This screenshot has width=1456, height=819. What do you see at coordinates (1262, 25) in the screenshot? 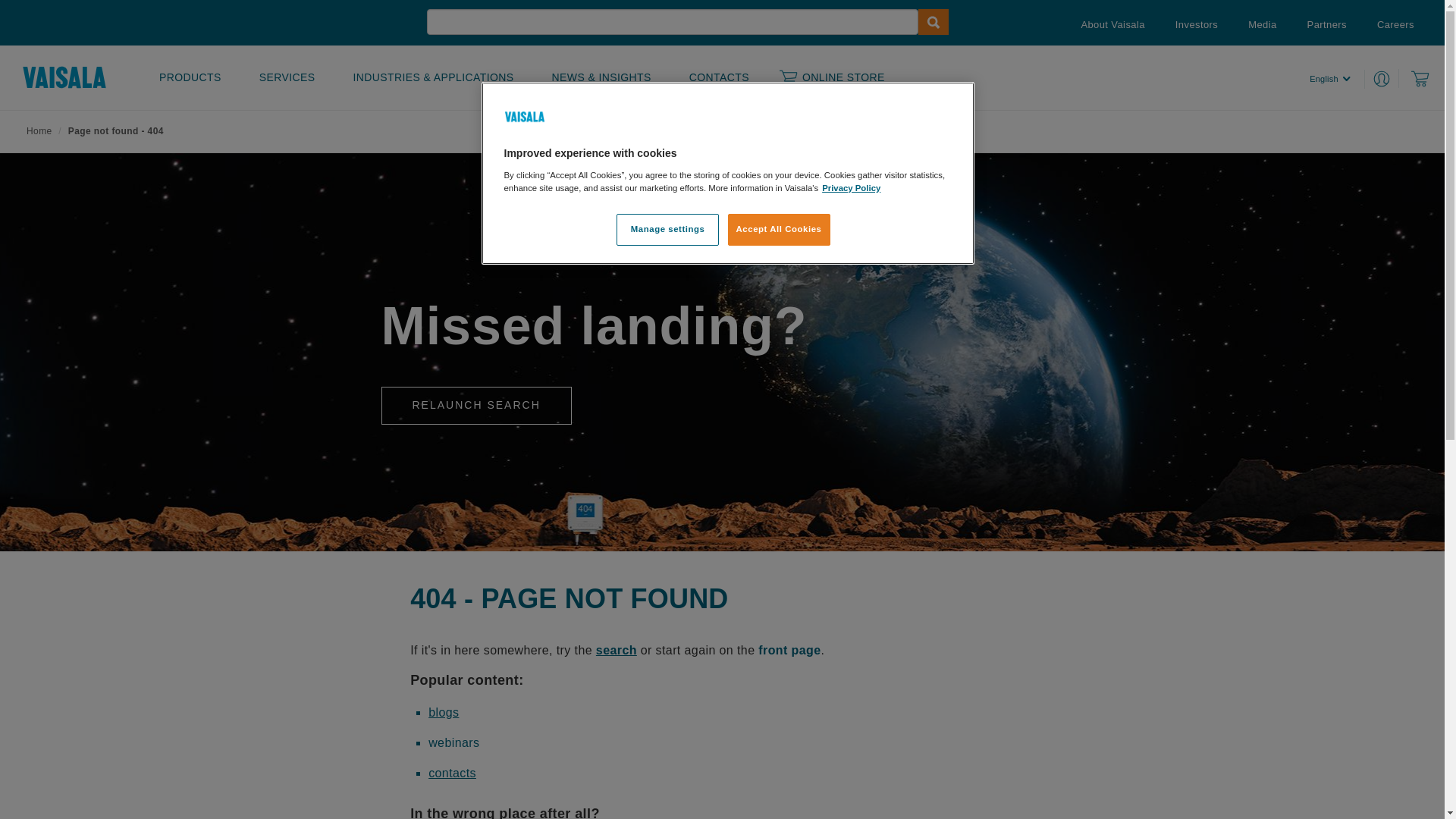
I see `'Media'` at bounding box center [1262, 25].